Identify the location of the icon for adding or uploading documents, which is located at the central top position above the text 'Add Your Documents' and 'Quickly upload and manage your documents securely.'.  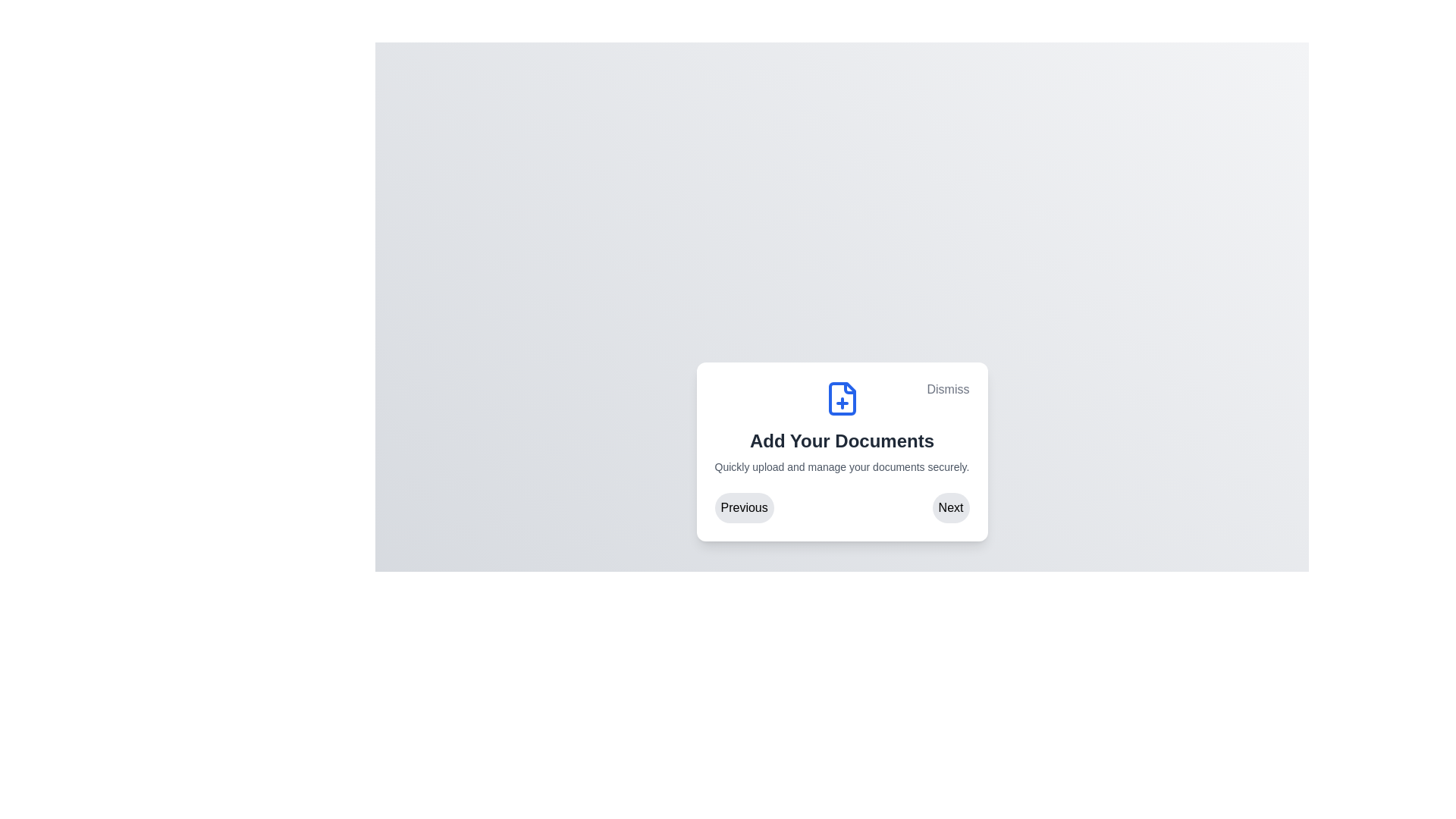
(841, 397).